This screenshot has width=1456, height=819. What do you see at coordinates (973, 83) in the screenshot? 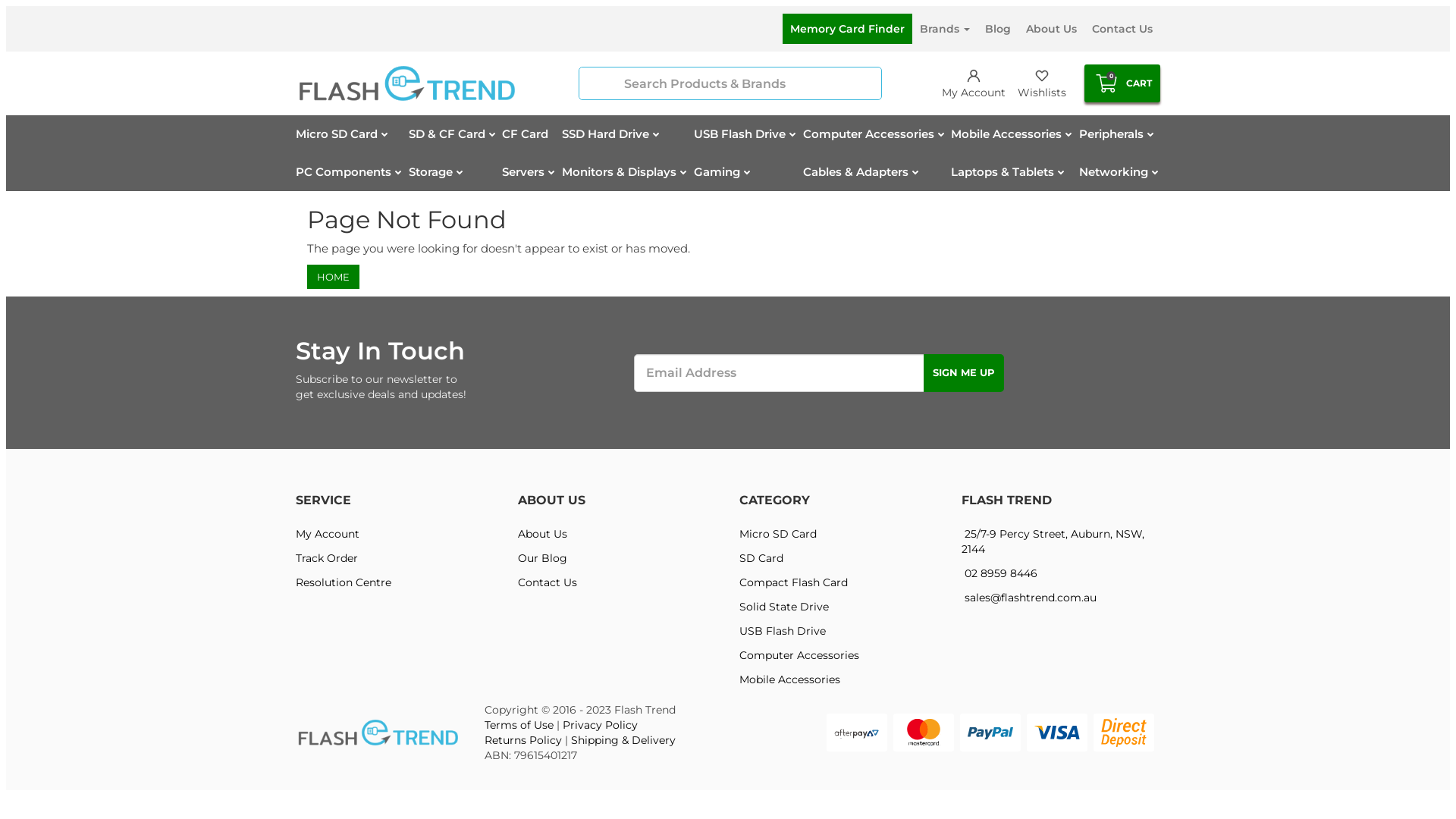
I see `'My Account'` at bounding box center [973, 83].